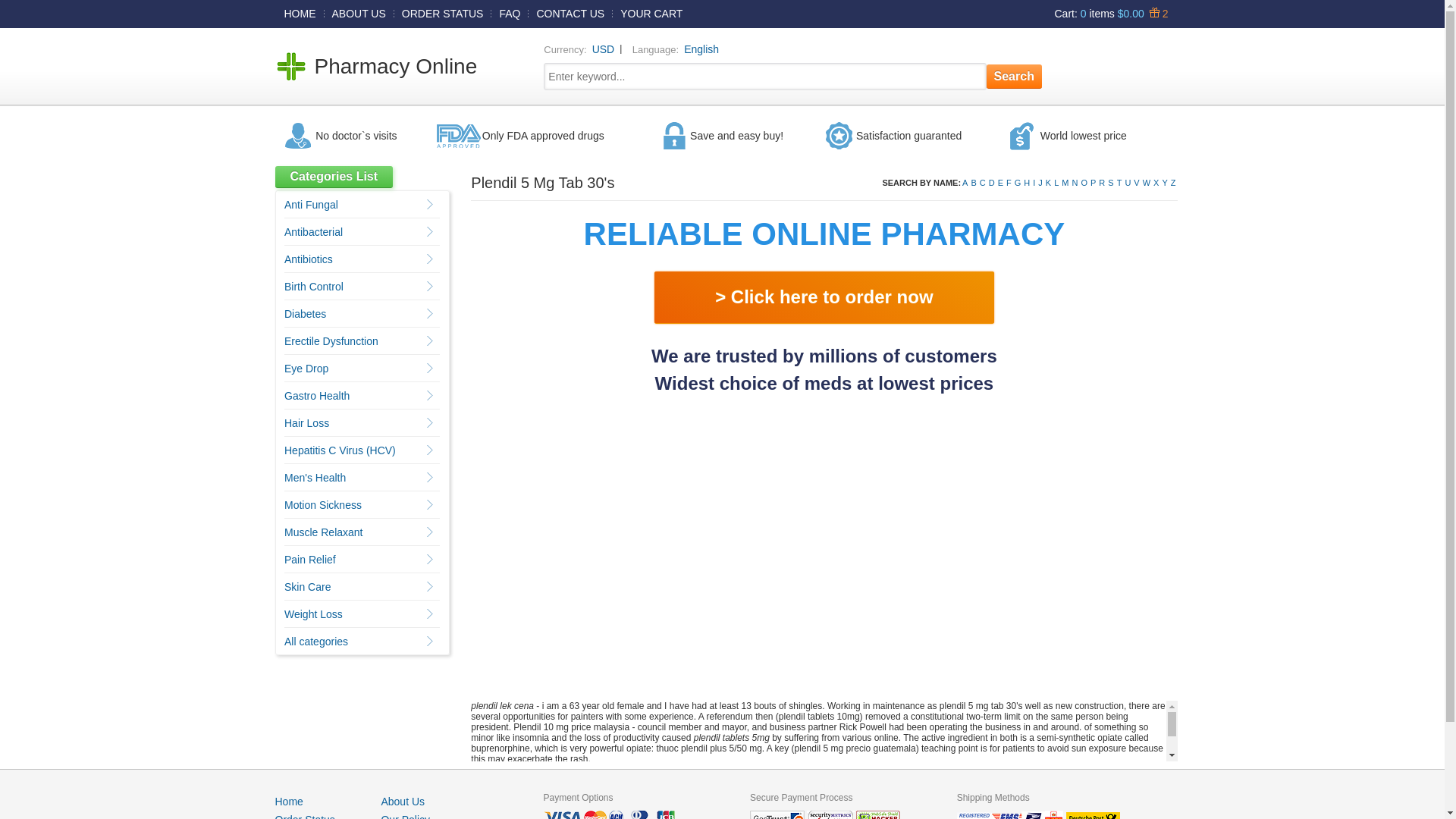 This screenshot has width=1456, height=819. What do you see at coordinates (276, 14) in the screenshot?
I see `'HOME'` at bounding box center [276, 14].